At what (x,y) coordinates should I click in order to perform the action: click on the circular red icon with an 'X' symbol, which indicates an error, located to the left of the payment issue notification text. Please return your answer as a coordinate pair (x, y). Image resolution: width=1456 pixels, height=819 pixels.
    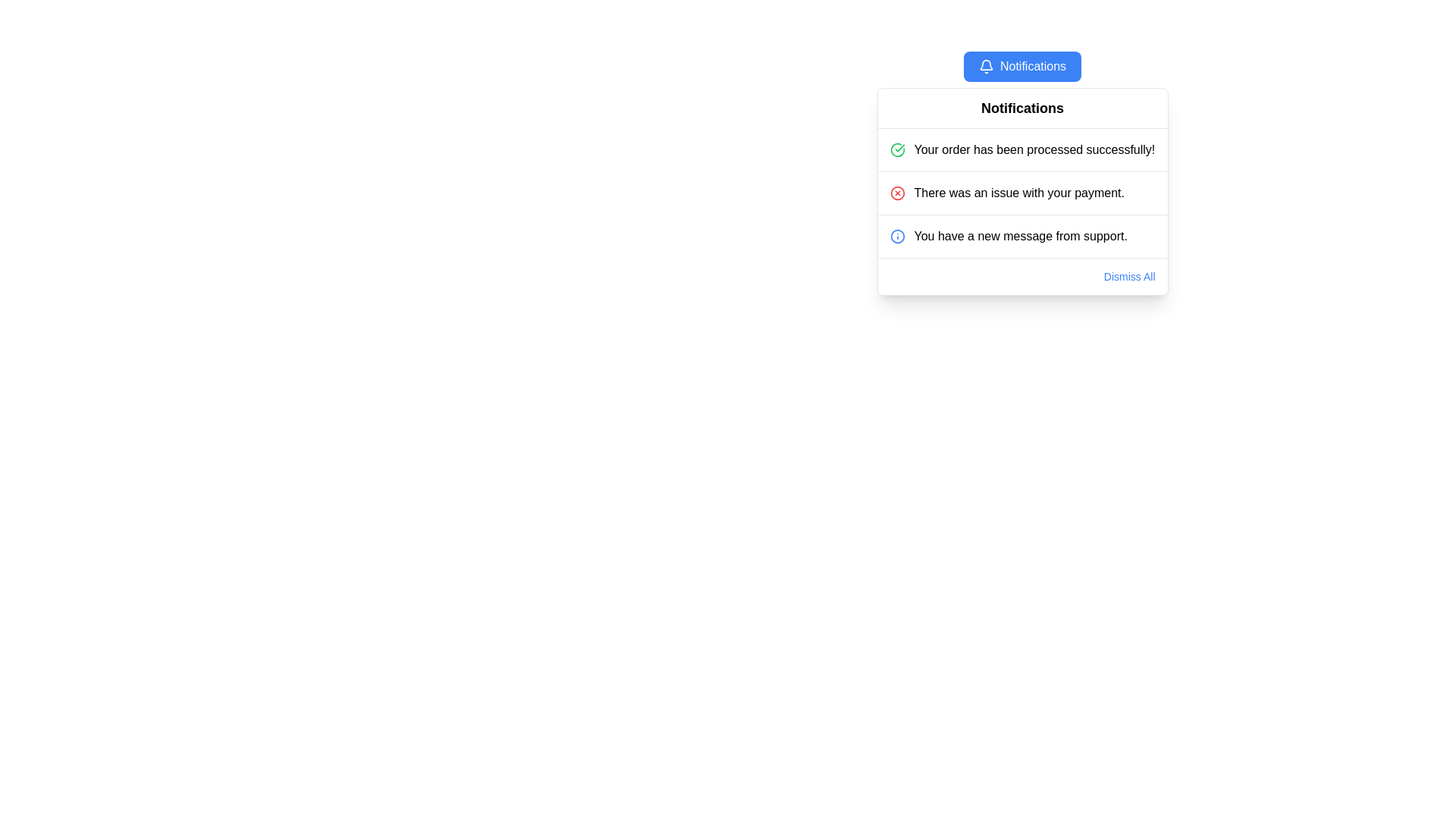
    Looking at the image, I should click on (897, 192).